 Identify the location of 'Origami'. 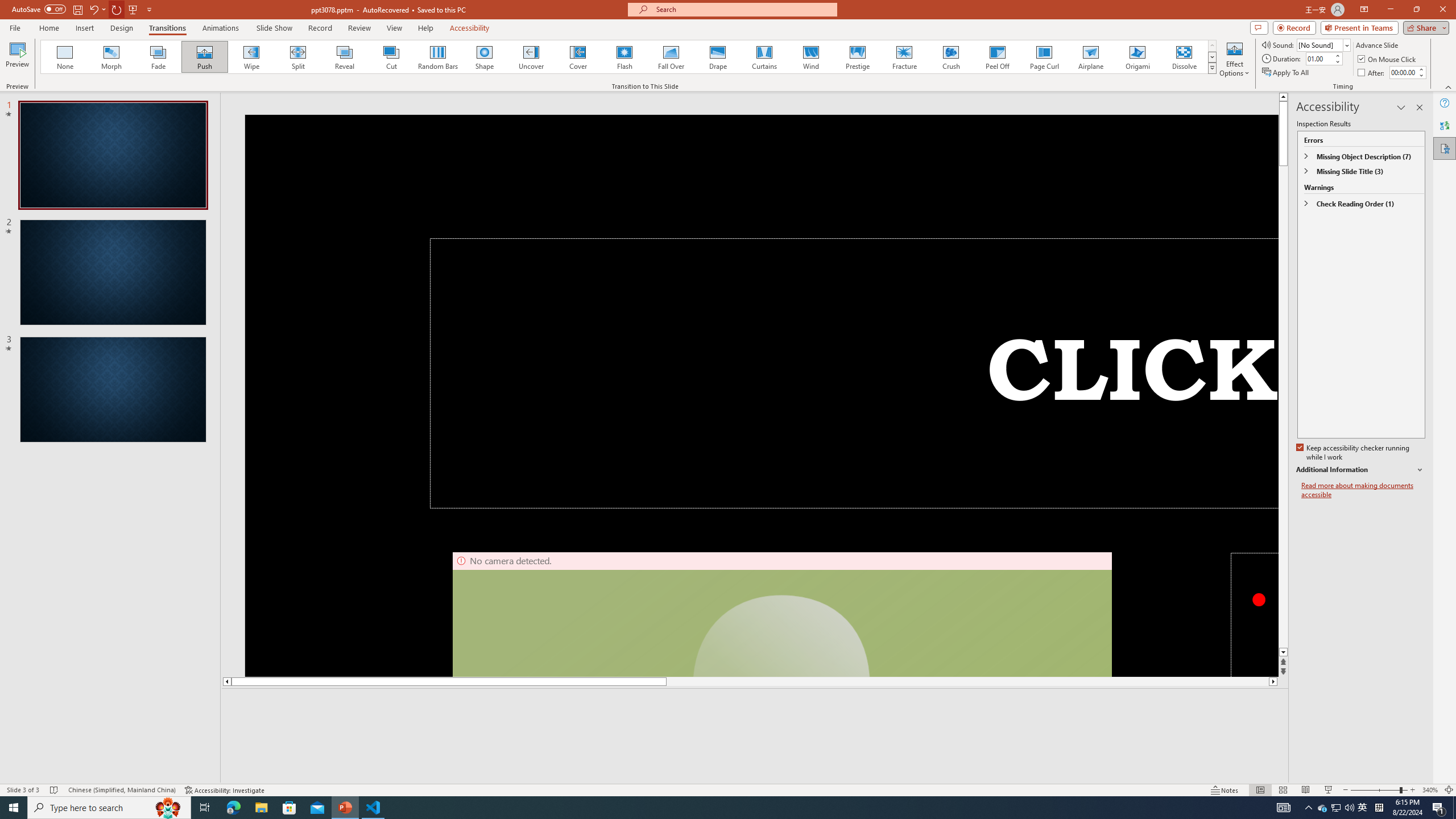
(1136, 56).